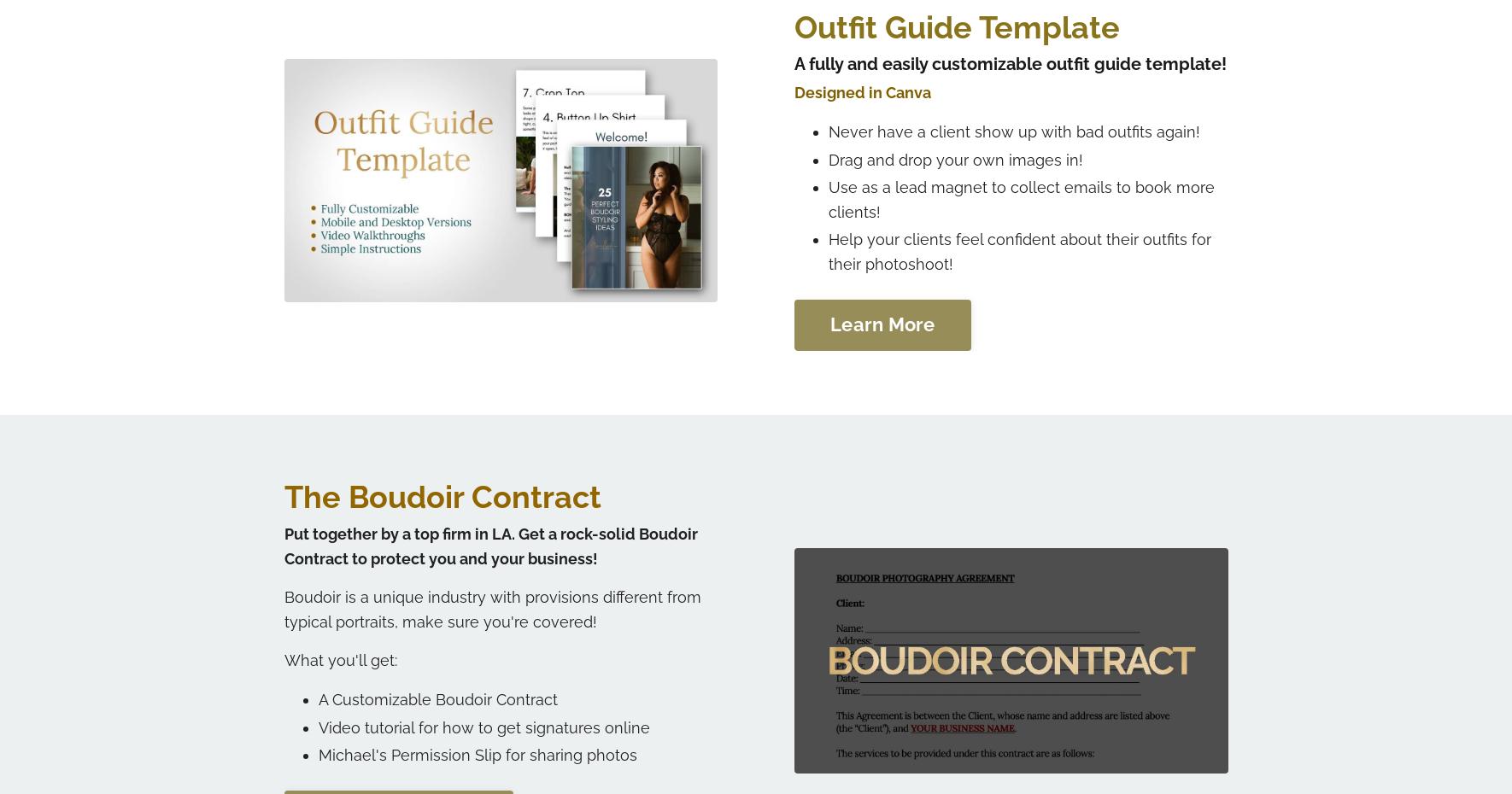 Image resolution: width=1512 pixels, height=794 pixels. What do you see at coordinates (793, 26) in the screenshot?
I see `'Outfit Guide Template'` at bounding box center [793, 26].